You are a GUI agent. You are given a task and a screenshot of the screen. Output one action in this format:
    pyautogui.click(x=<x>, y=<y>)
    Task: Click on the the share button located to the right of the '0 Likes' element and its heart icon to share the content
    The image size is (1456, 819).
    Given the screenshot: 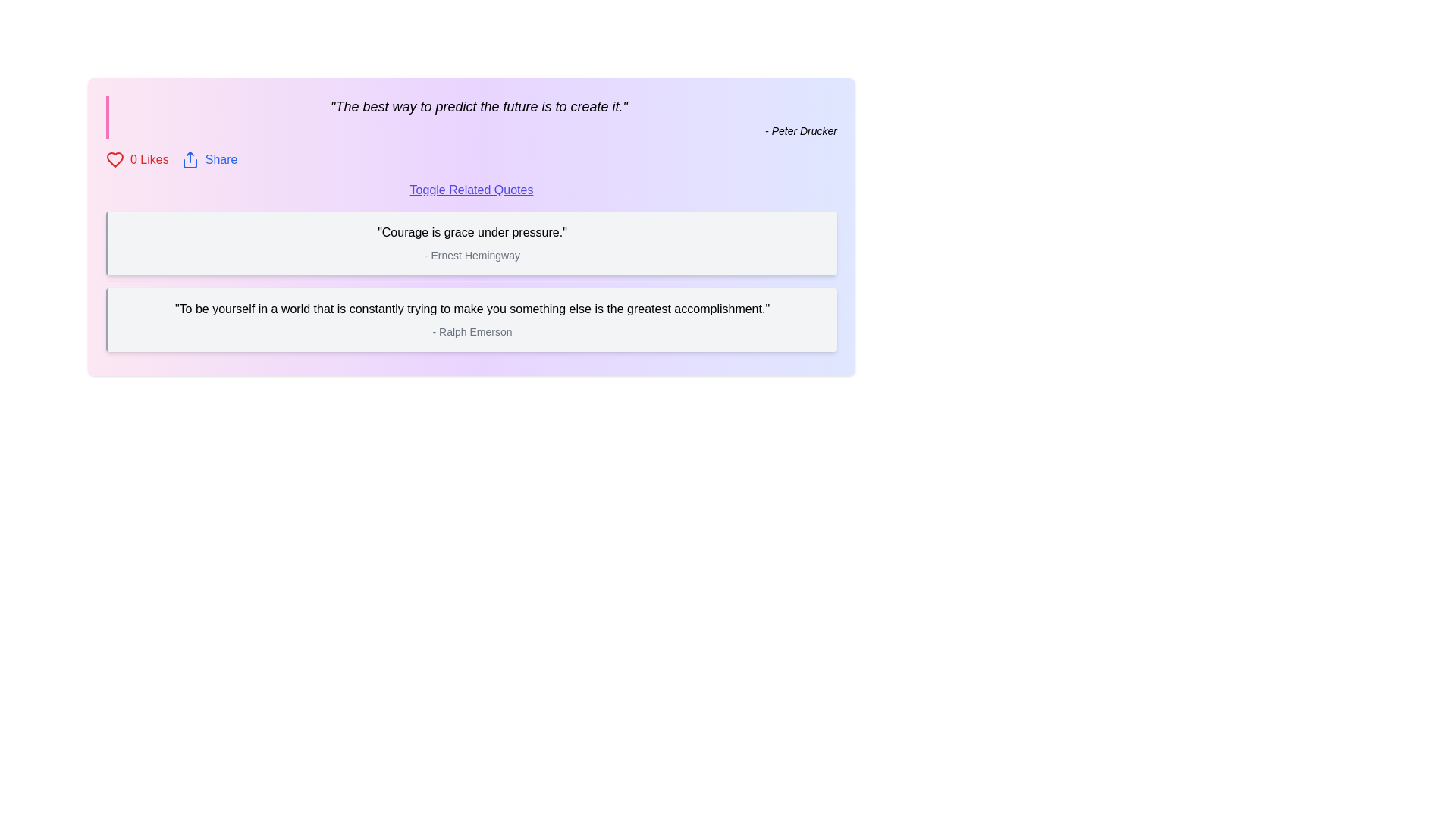 What is the action you would take?
    pyautogui.click(x=209, y=160)
    